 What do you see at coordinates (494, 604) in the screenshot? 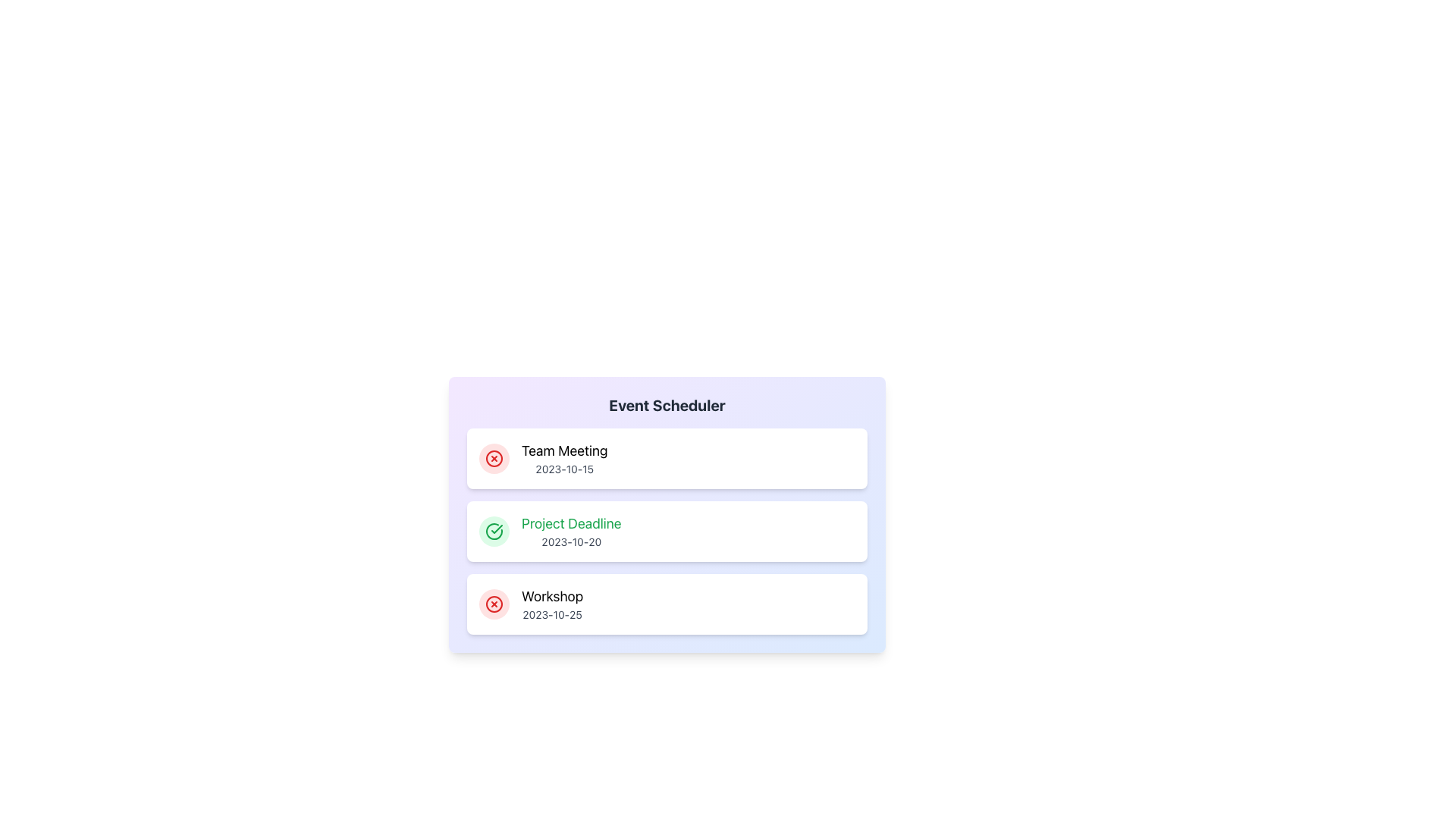
I see `the circular icon representing the status or action for the last event in the list, associated with 'Workshop' and '2023-10-25'` at bounding box center [494, 604].